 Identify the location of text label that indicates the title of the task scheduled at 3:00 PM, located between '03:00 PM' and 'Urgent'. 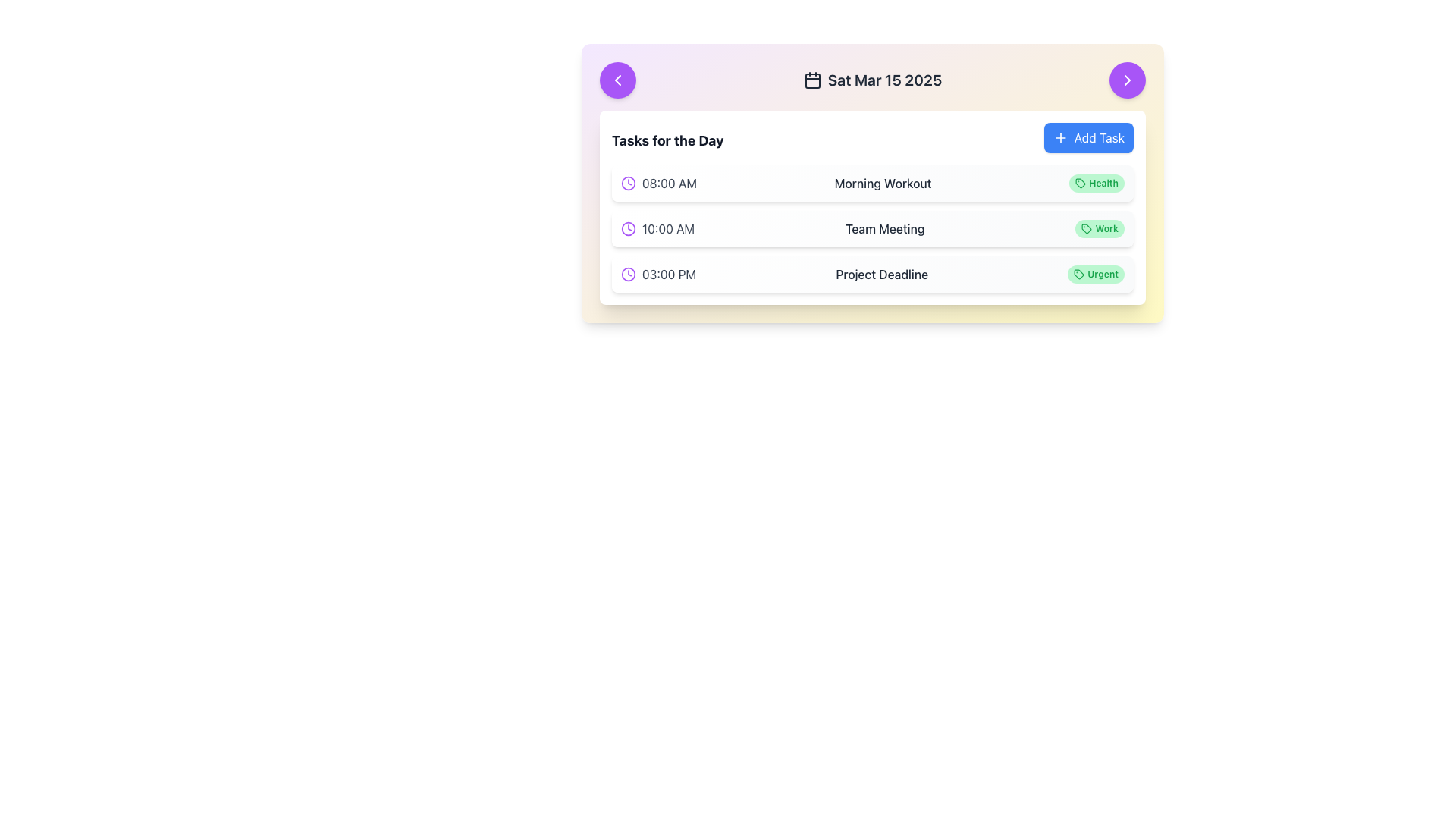
(882, 275).